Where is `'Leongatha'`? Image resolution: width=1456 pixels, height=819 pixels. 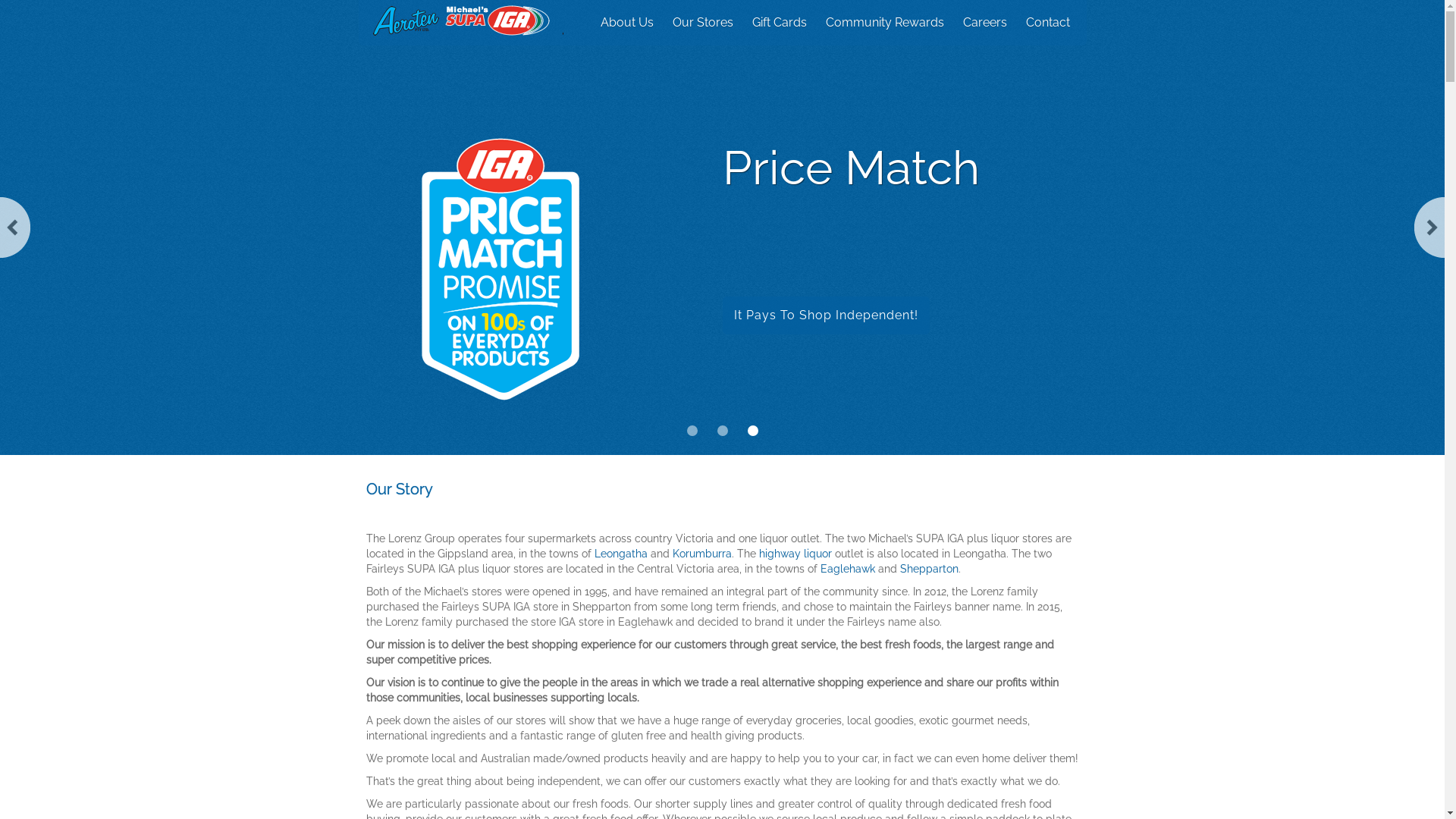 'Leongatha' is located at coordinates (593, 553).